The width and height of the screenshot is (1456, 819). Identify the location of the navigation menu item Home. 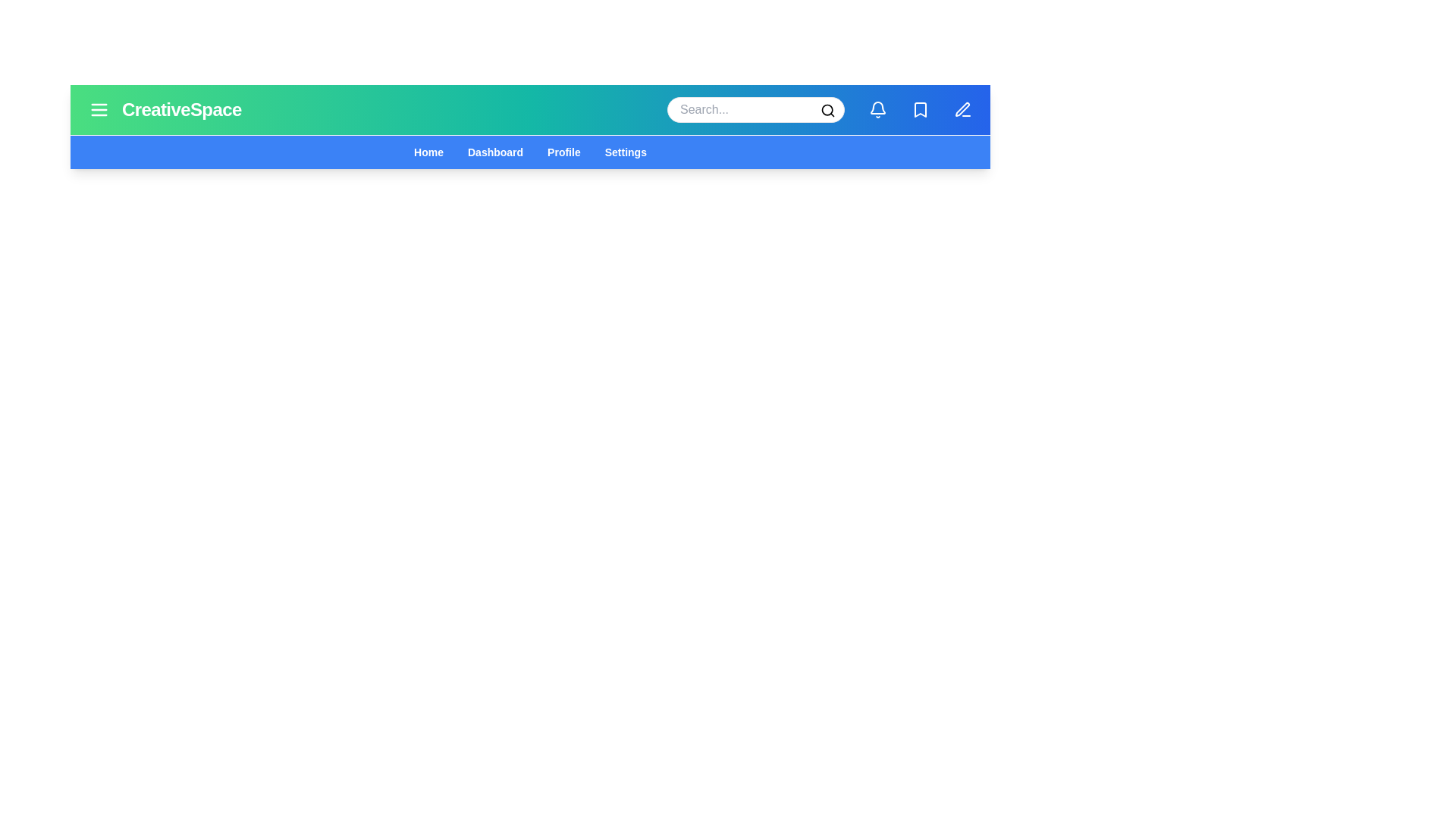
(428, 152).